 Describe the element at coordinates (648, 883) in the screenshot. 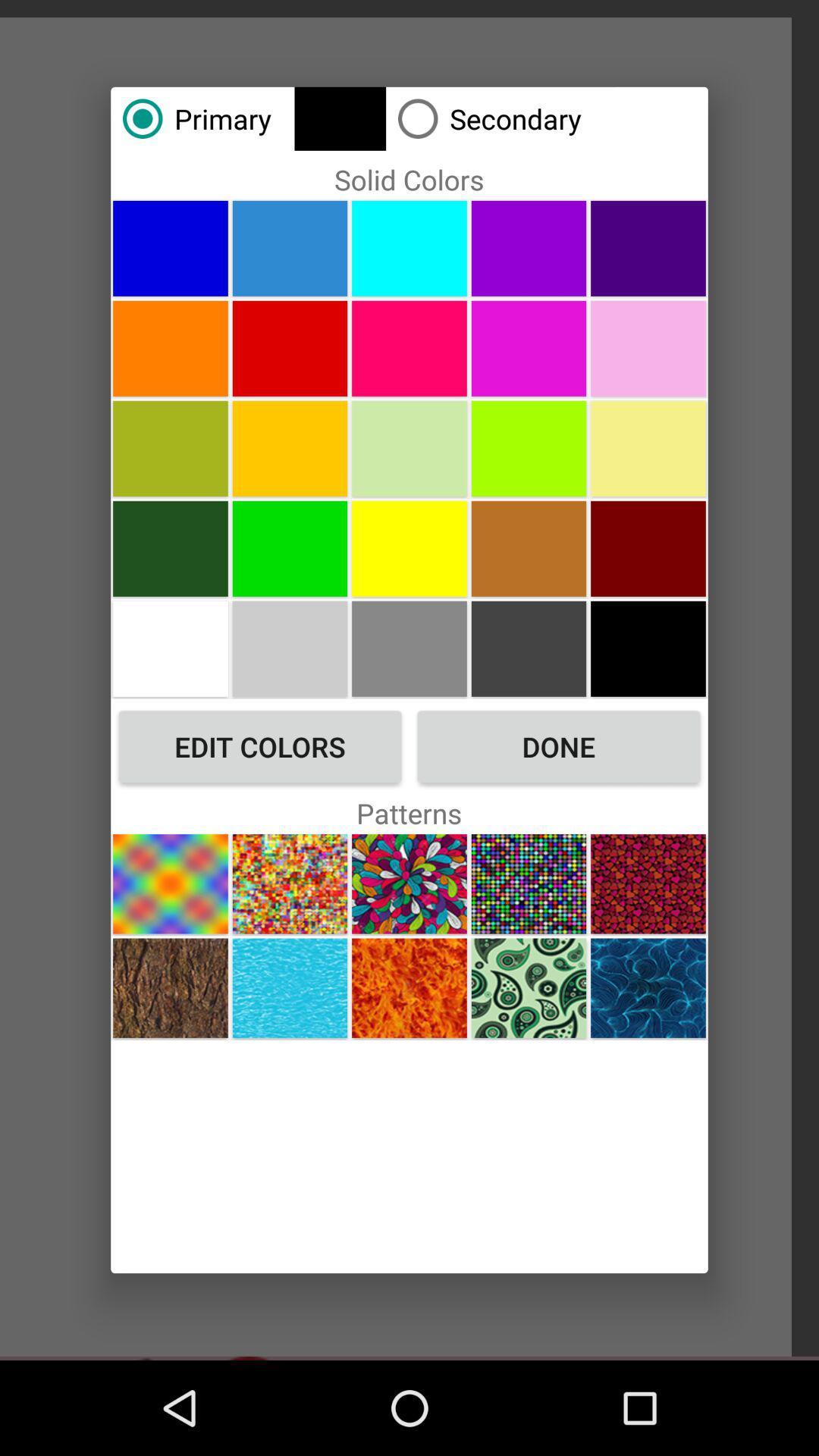

I see `change pattern` at that location.